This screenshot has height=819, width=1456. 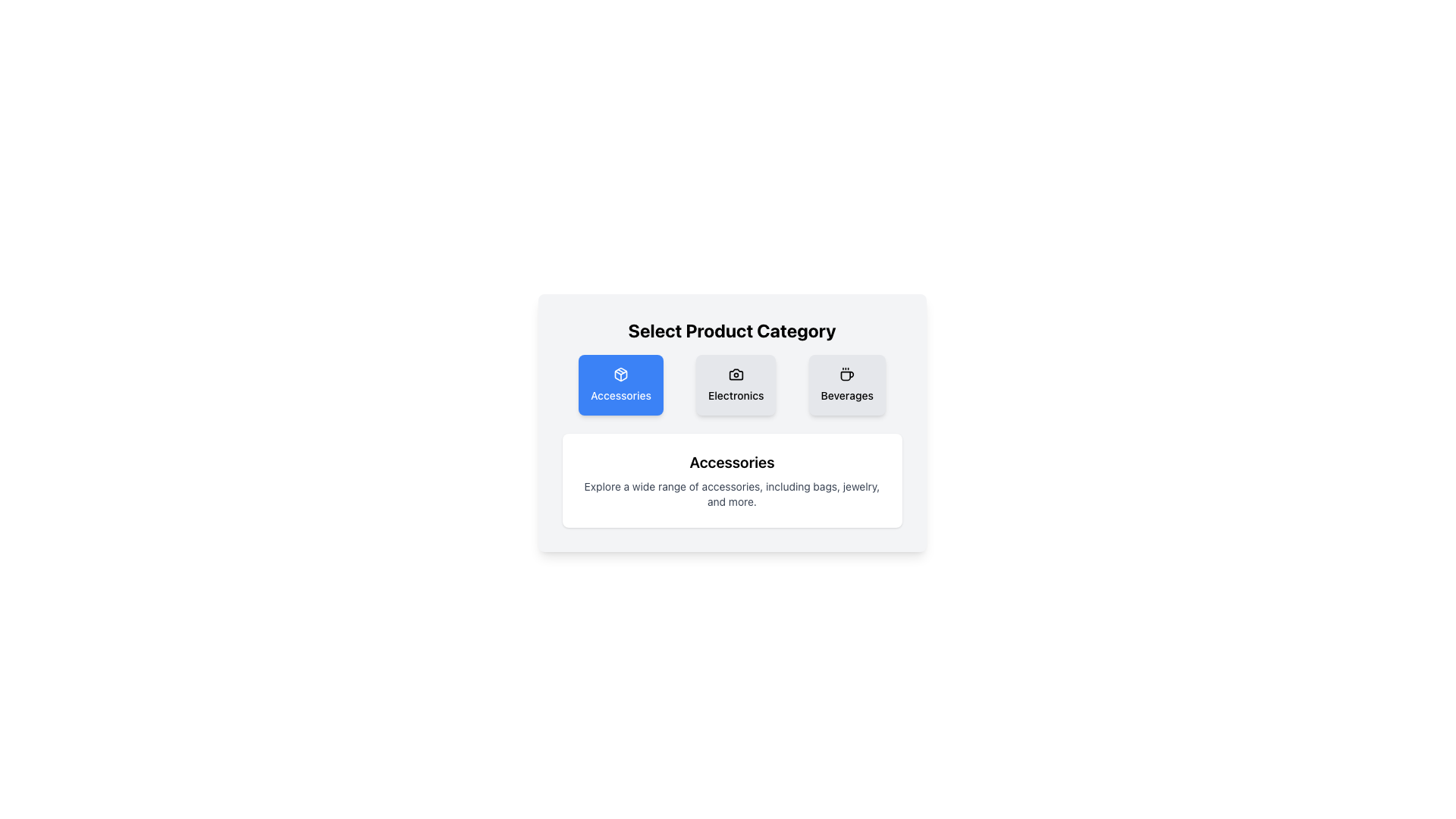 What do you see at coordinates (846, 384) in the screenshot?
I see `the 'Beverages' button, which is a light gray rectangular button with black text and a coffee cup icon, located as the third item in the 'Select Product Category' section` at bounding box center [846, 384].